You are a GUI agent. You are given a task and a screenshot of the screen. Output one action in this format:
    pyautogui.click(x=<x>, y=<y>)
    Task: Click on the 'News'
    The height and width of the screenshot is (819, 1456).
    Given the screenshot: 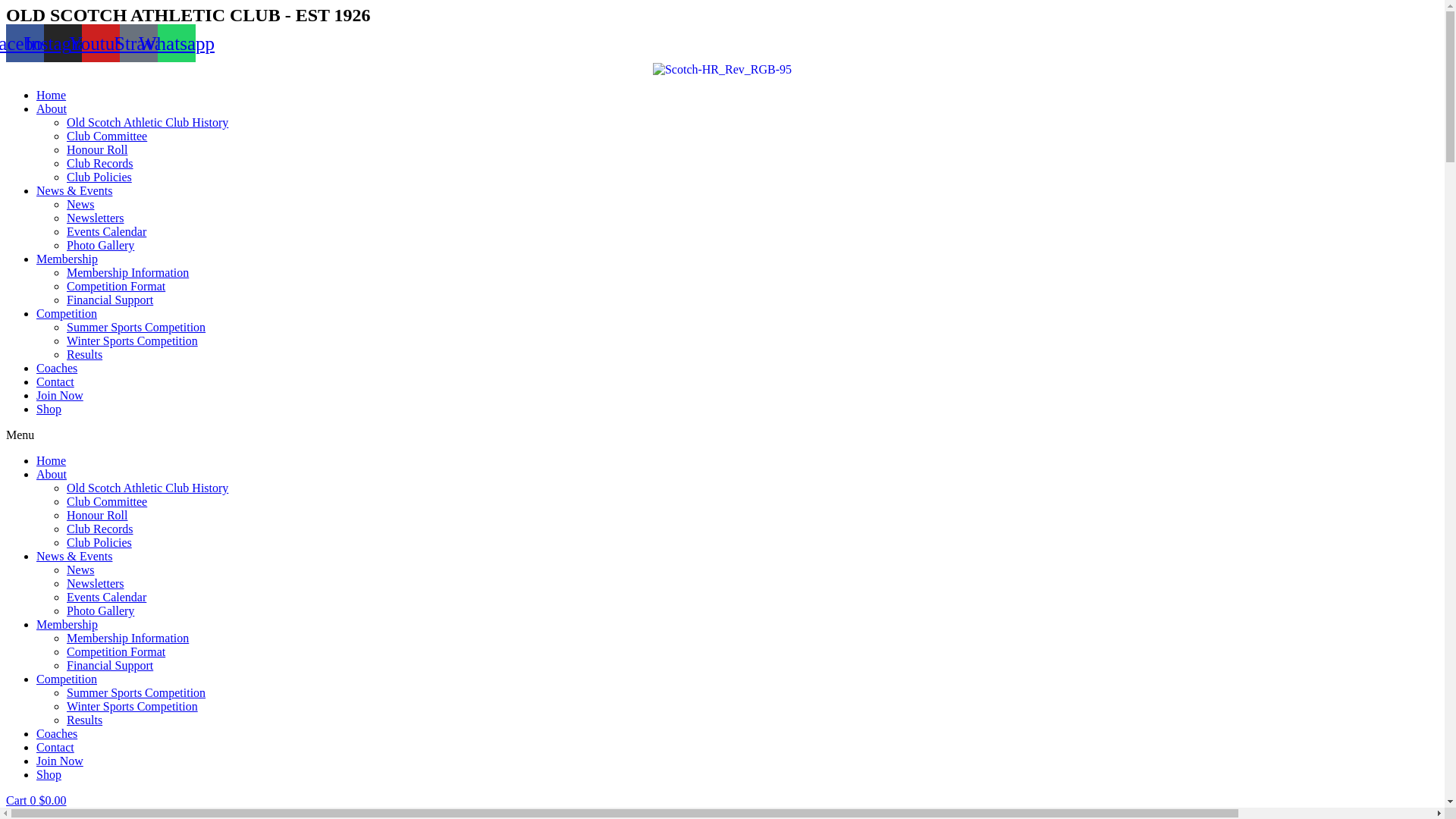 What is the action you would take?
    pyautogui.click(x=79, y=570)
    